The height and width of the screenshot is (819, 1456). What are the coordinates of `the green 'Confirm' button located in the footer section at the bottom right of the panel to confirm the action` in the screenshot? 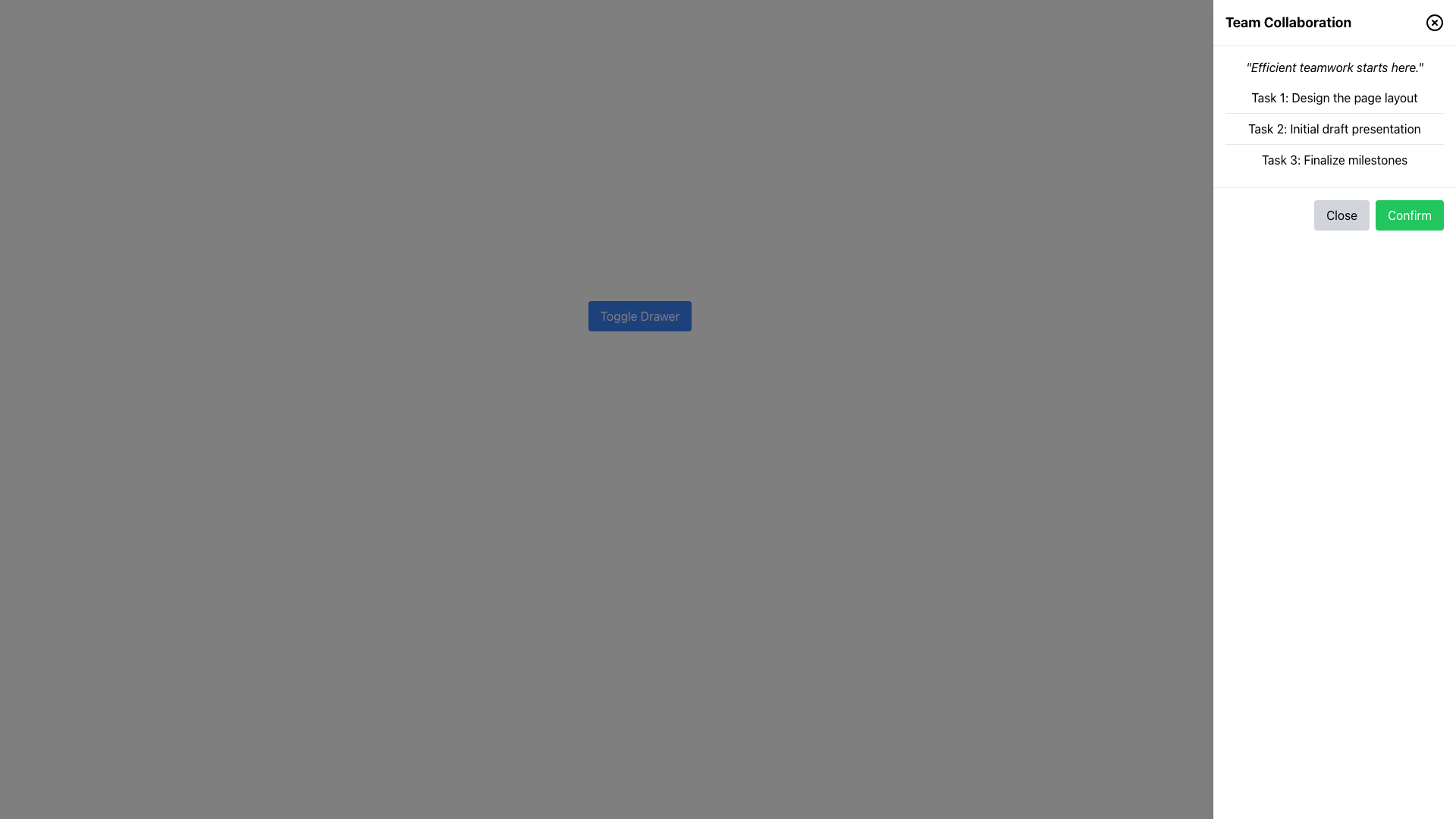 It's located at (1408, 215).